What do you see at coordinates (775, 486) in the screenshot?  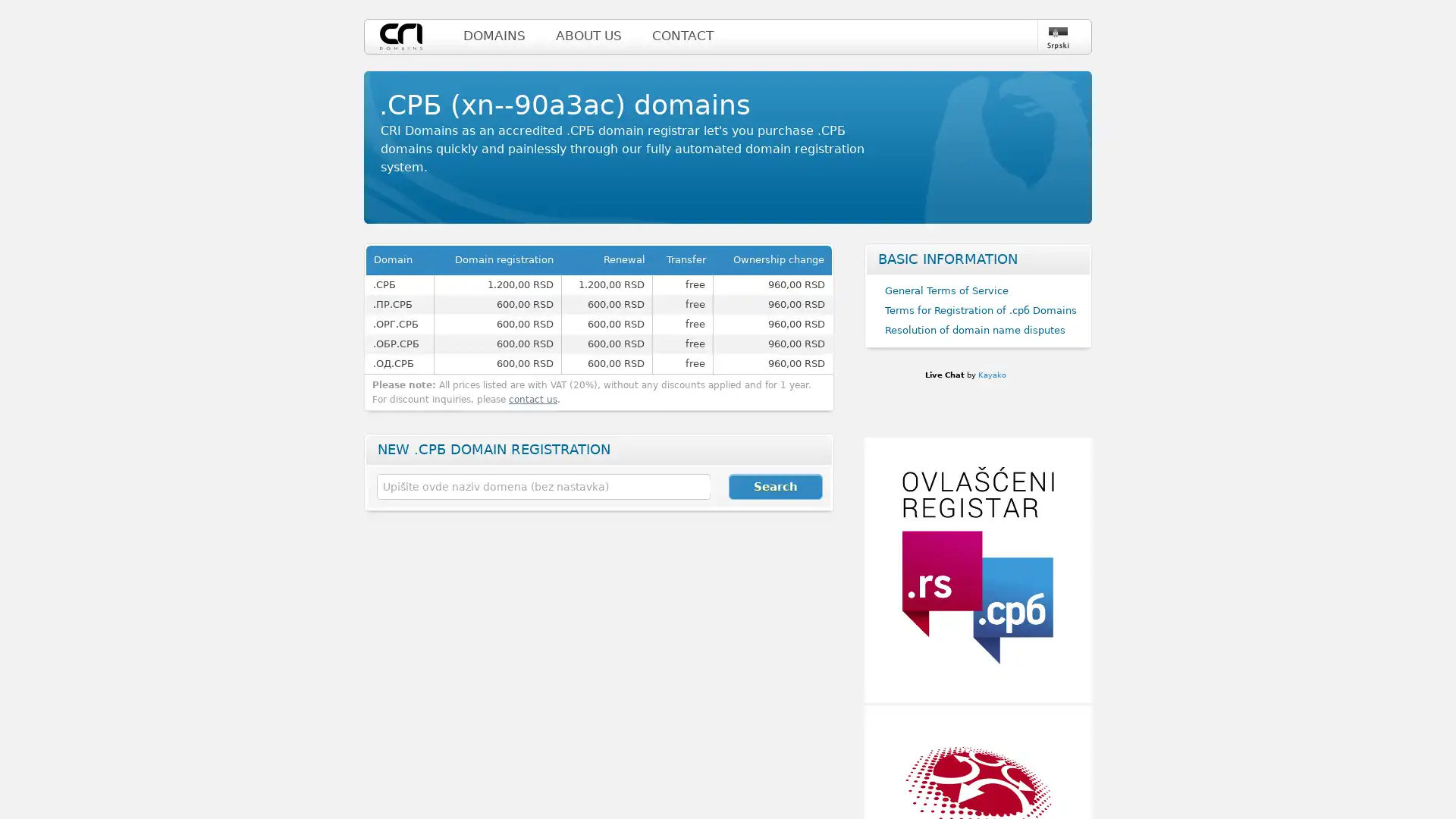 I see `Search` at bounding box center [775, 486].